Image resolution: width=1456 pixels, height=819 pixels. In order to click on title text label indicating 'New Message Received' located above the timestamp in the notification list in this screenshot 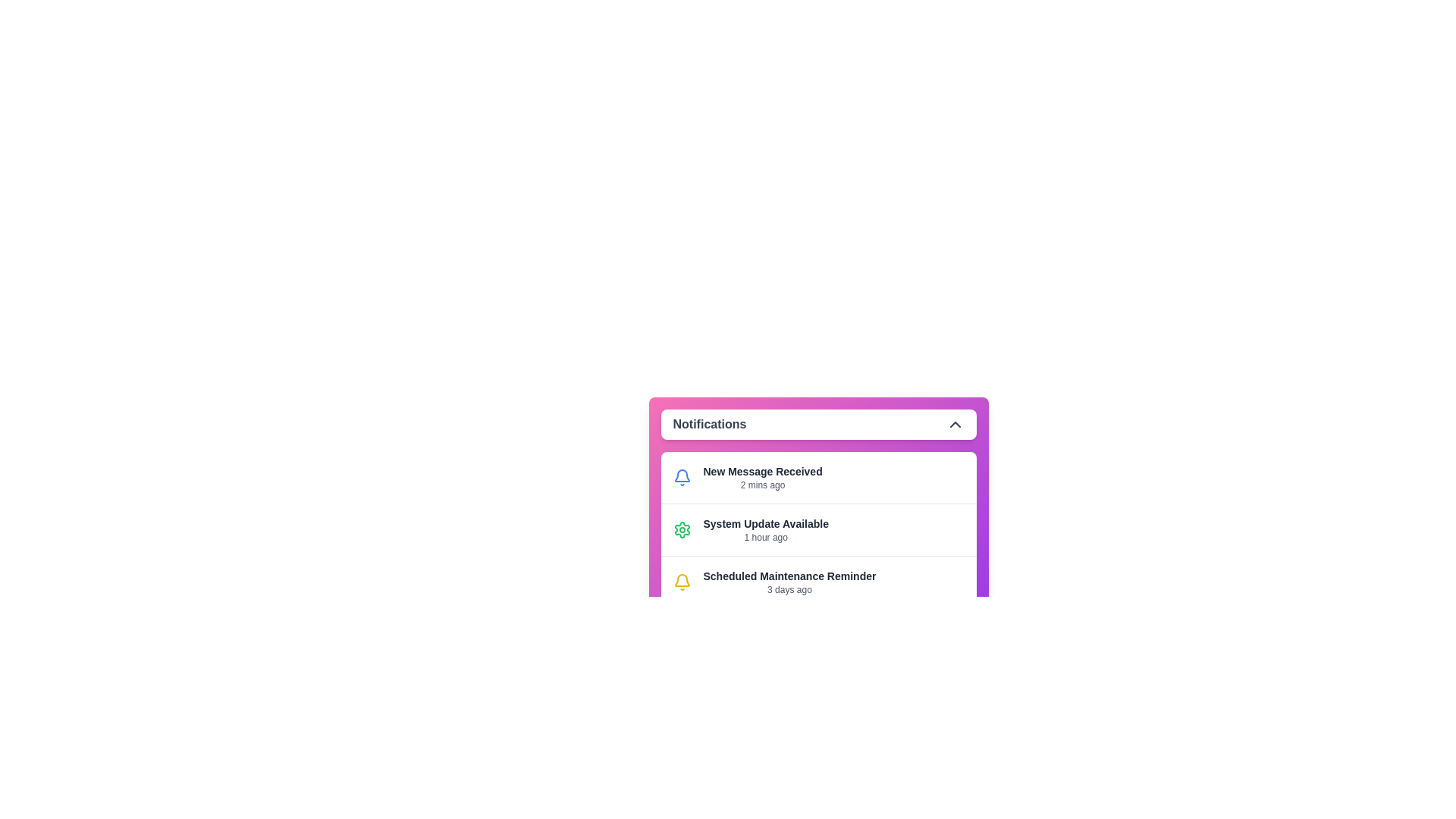, I will do `click(763, 470)`.